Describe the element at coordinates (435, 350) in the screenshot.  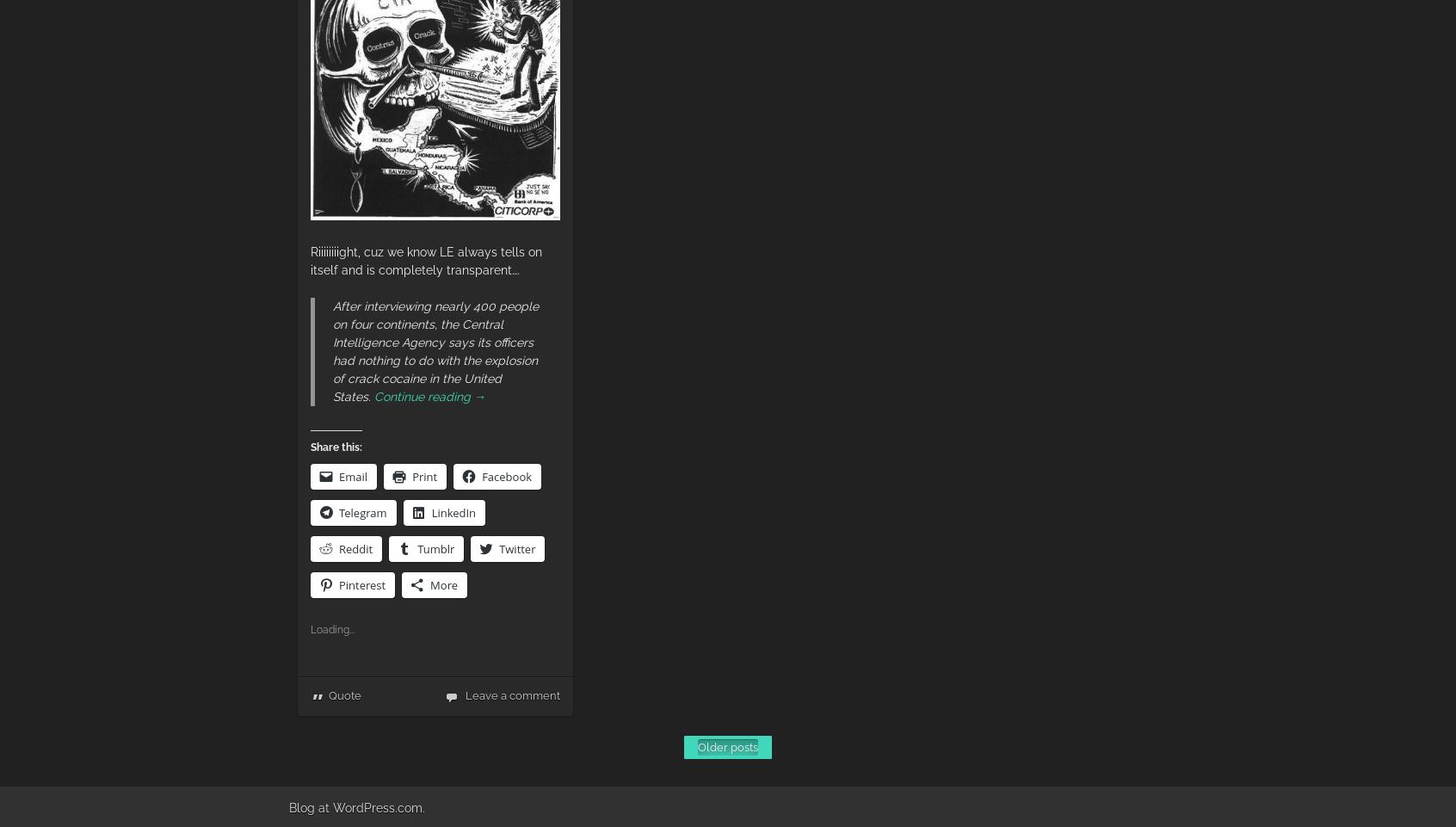
I see `'After interviewing nearly 400 people on four continents, the Central Intelligence Agency says its officers had nothing to do with the explosion of crack cocaine in the United States.'` at that location.